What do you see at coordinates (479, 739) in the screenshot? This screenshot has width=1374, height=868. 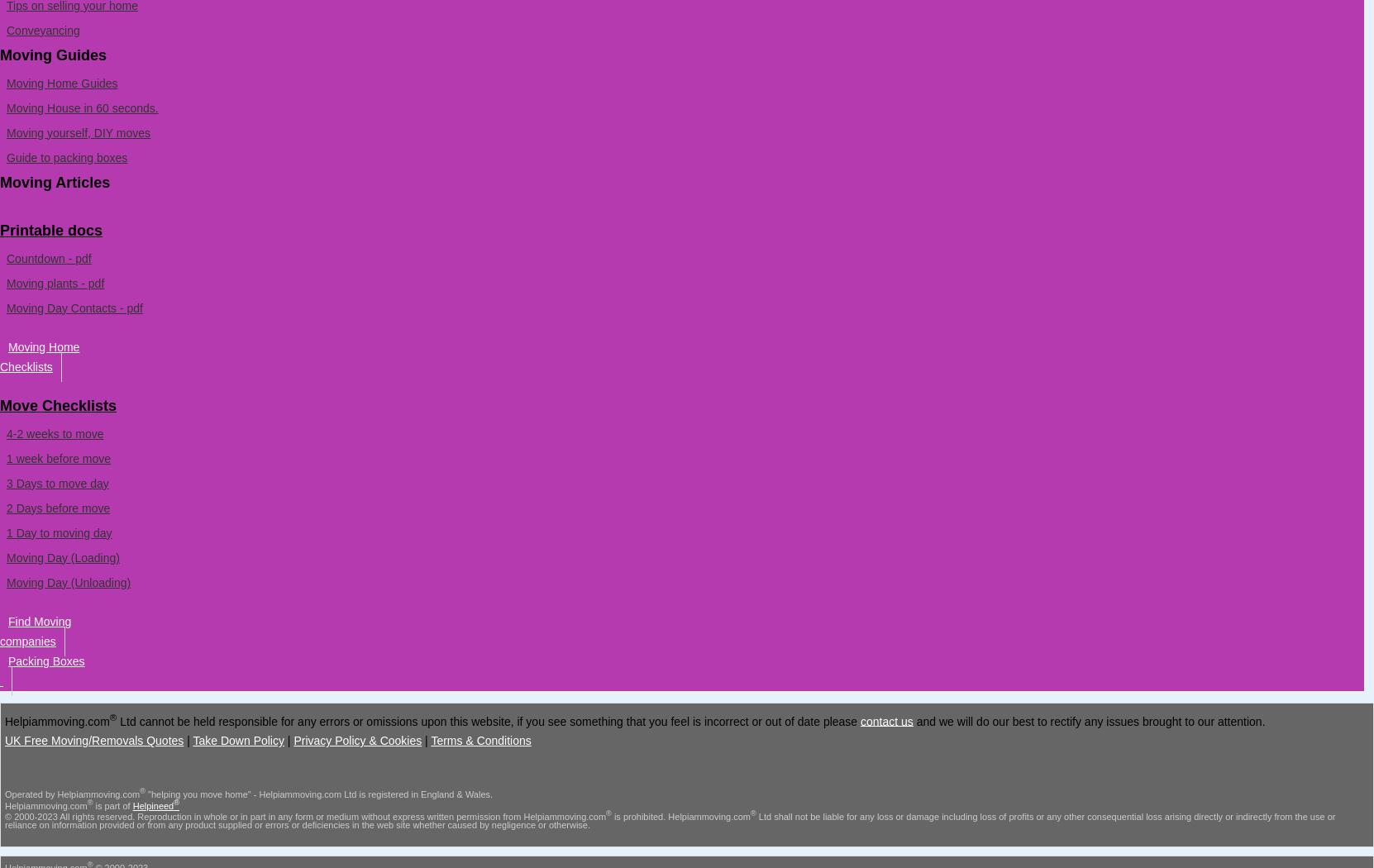 I see `'Terms & Conditions'` at bounding box center [479, 739].